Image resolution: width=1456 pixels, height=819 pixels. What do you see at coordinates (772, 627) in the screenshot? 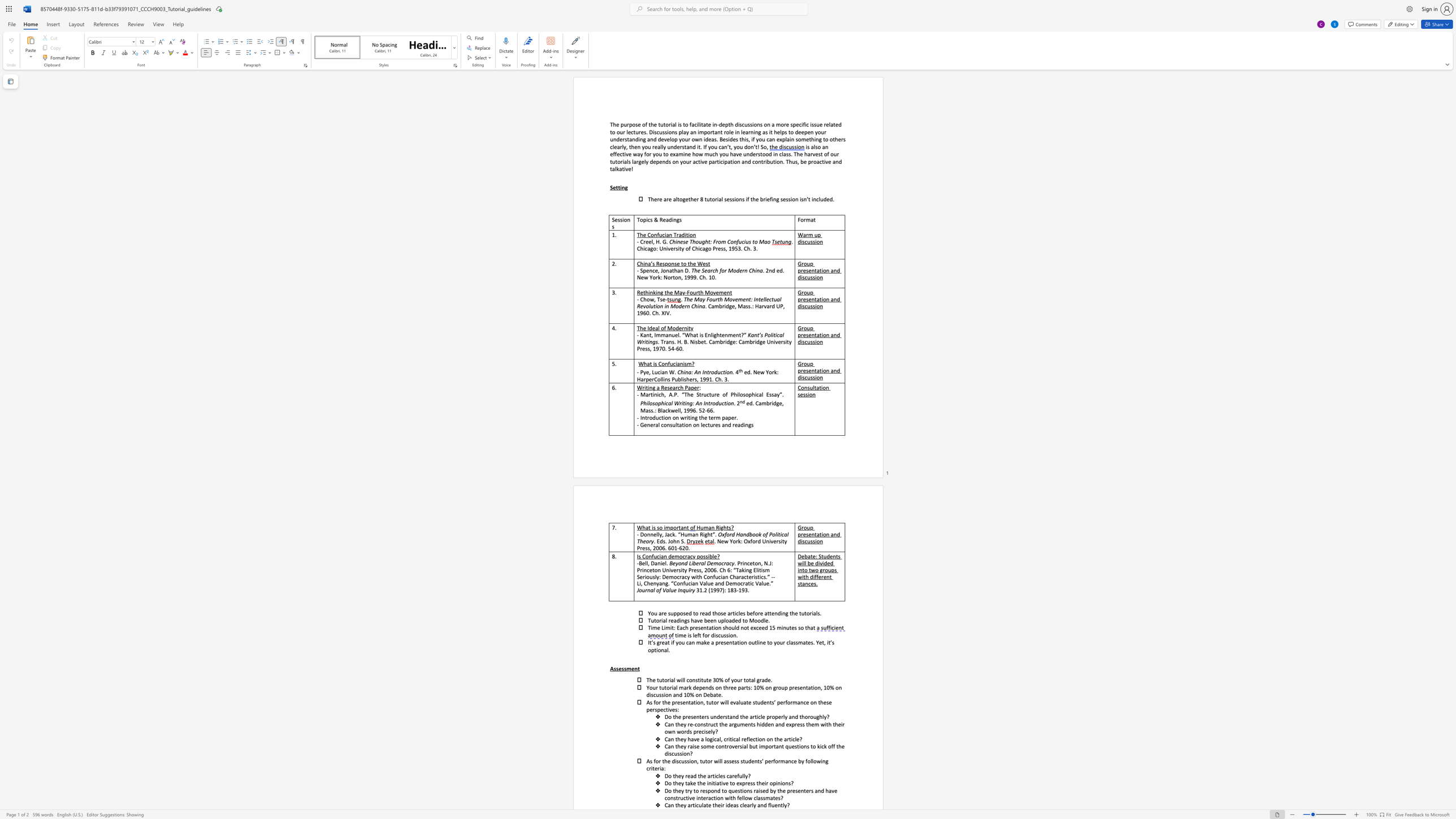
I see `the subset text "5 minutes so tha" within the text "Time Limit: Each presentation should not exceed 15 minutes so that"` at bounding box center [772, 627].